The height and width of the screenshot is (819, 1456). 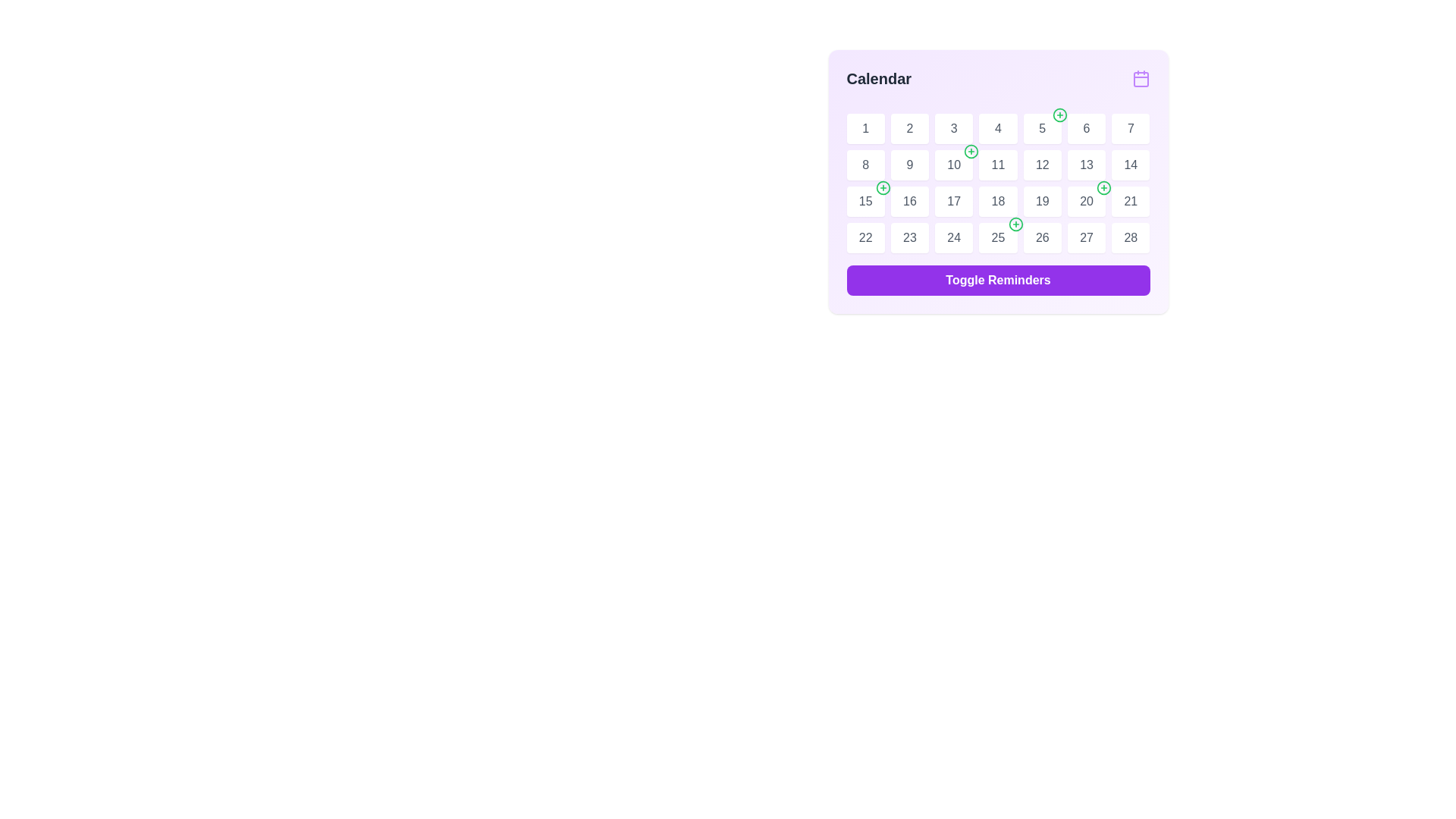 What do you see at coordinates (1015, 224) in the screenshot?
I see `the add icon button located in the top-right corner of the cell labeled '25' in the calendar grid` at bounding box center [1015, 224].